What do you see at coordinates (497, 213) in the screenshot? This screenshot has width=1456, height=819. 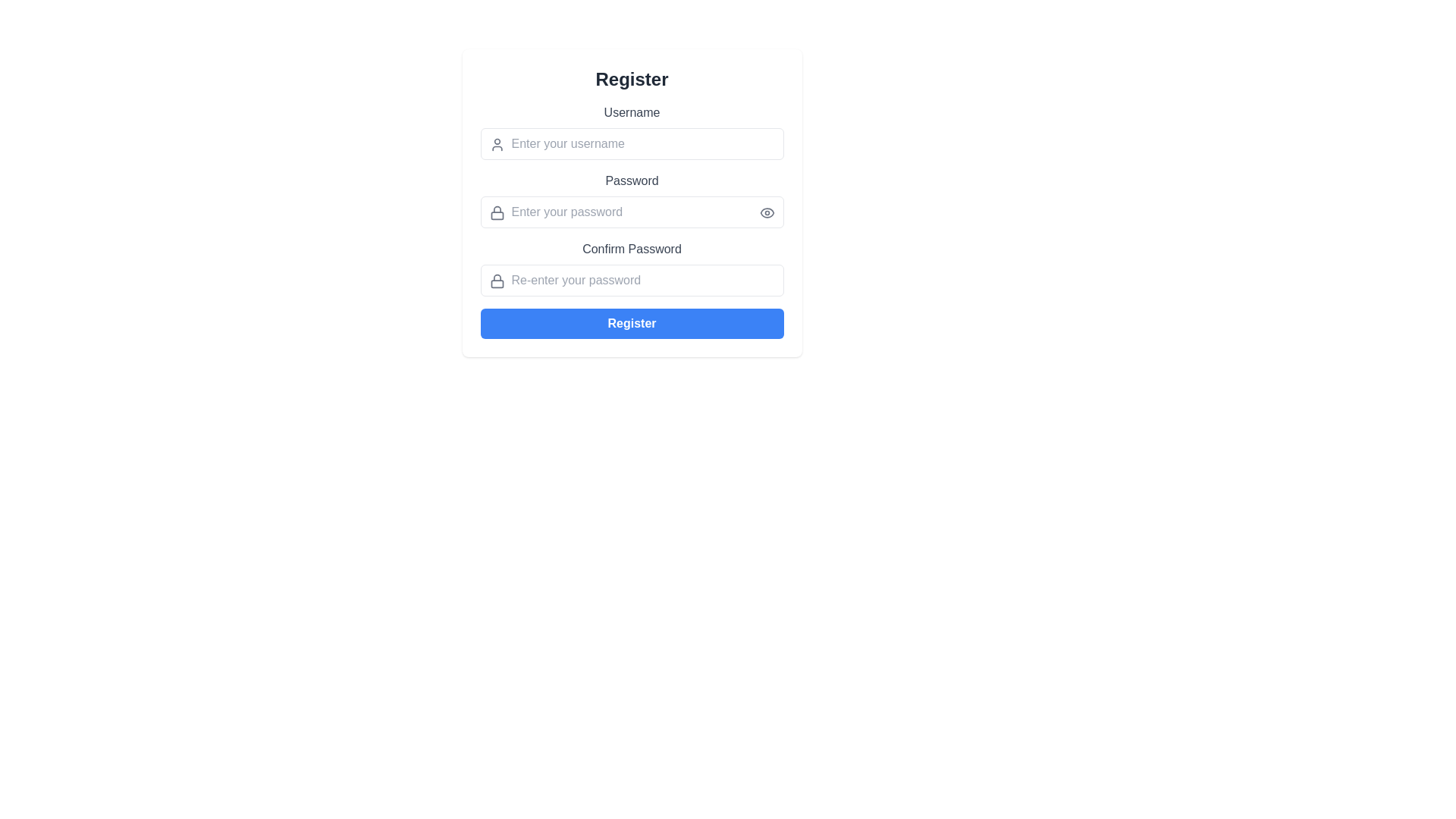 I see `the lock icon with a rounded appearance, which is located to the left side of the password input field` at bounding box center [497, 213].